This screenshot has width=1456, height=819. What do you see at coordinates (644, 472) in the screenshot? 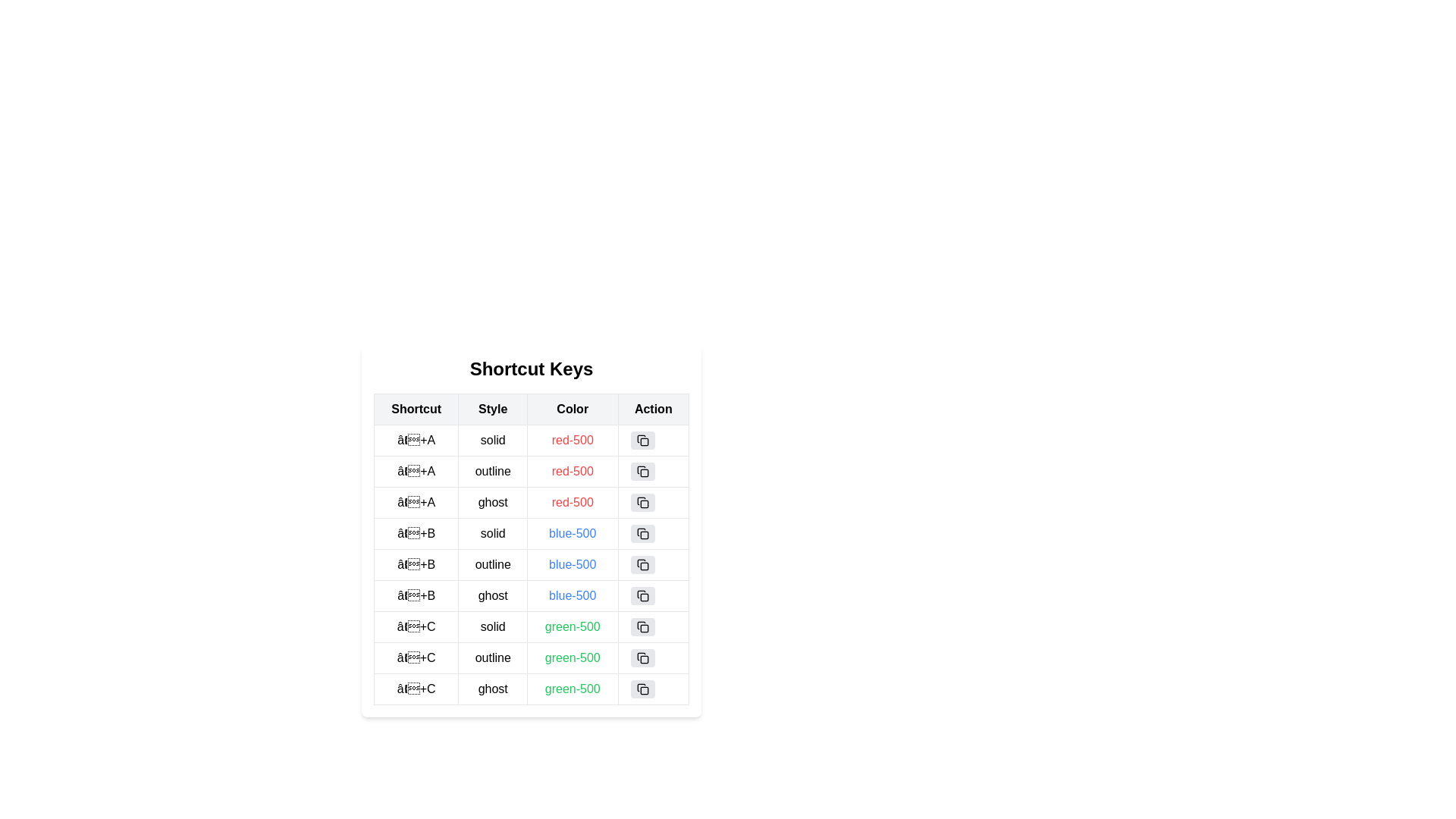
I see `the rounded rectangle part of the 'copy' function icon in the 'Shortcut Keys' table, which is visually central among the sub-elements of the icon` at bounding box center [644, 472].